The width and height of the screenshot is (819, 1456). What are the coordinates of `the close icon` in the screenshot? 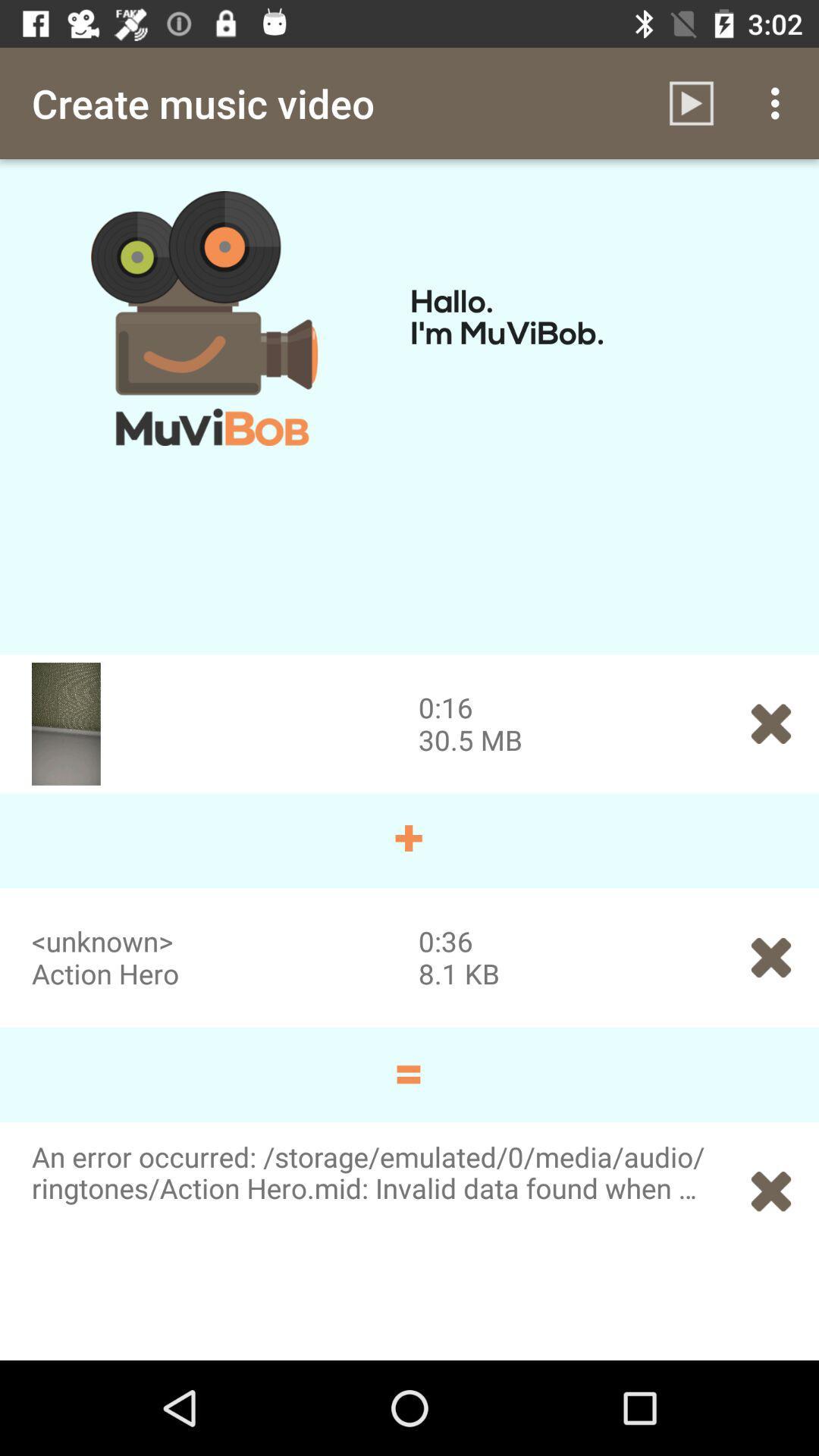 It's located at (771, 723).